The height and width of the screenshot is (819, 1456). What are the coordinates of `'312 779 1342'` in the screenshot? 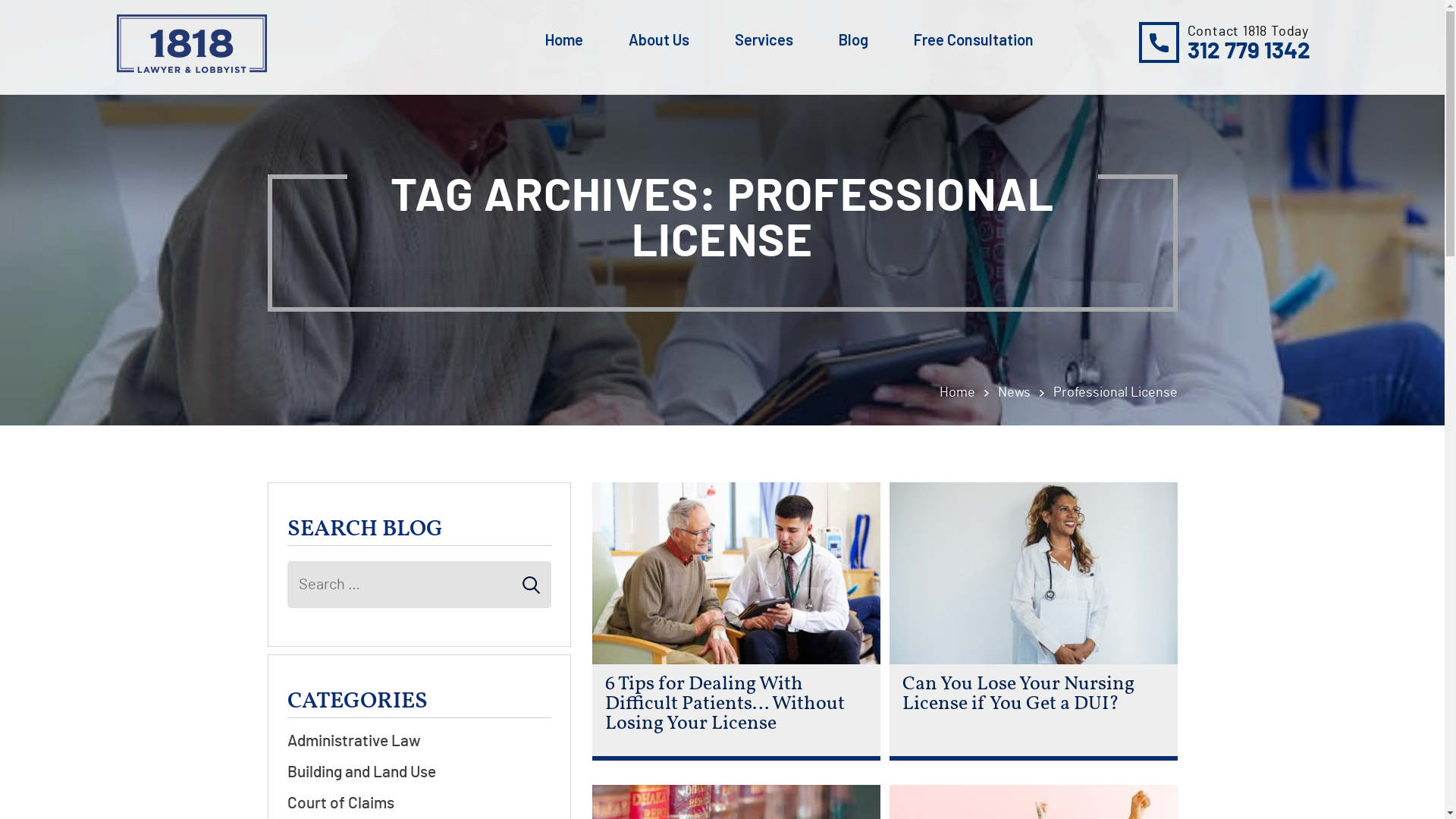 It's located at (1186, 51).